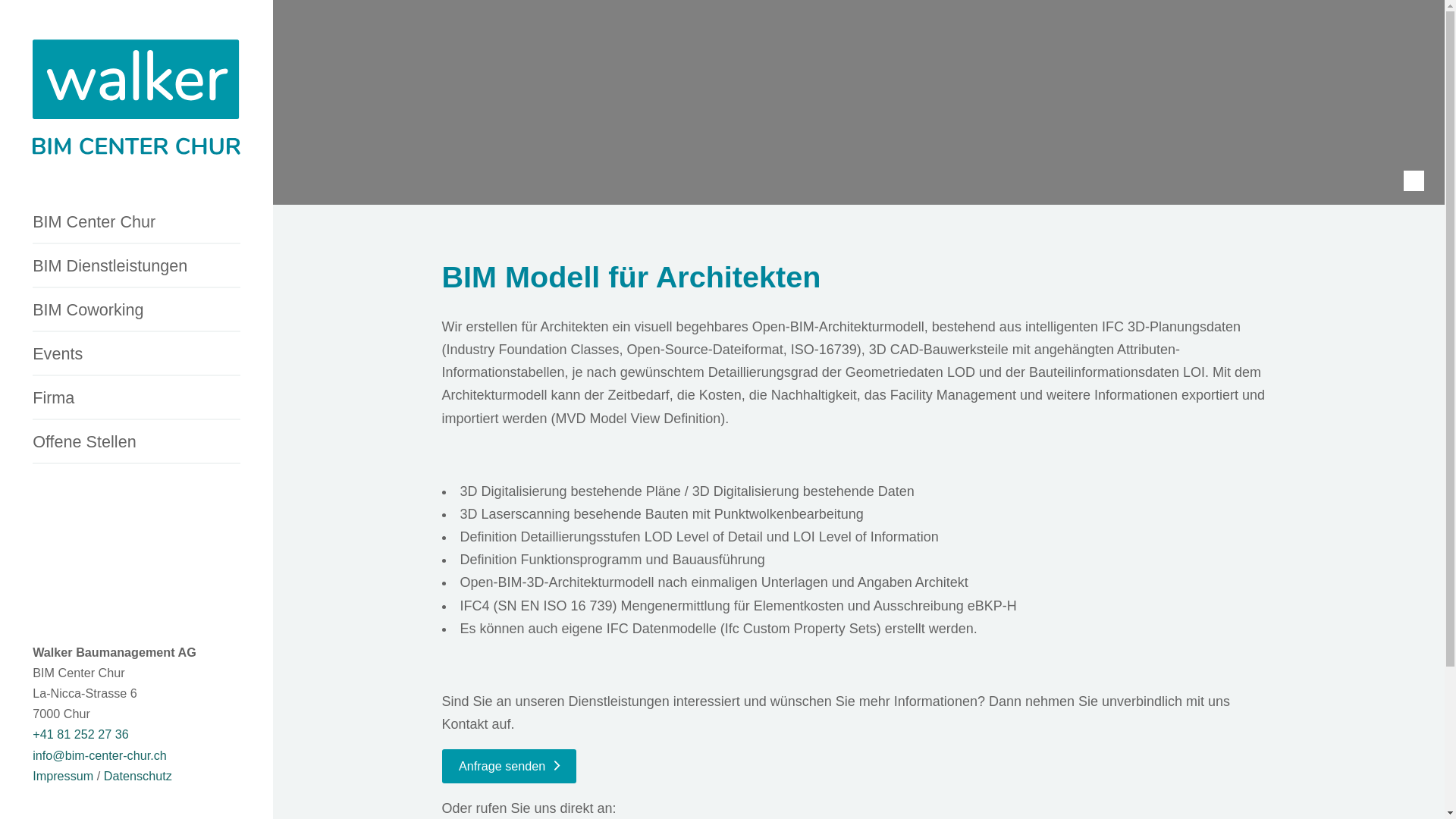 Image resolution: width=1456 pixels, height=819 pixels. I want to click on 'Offene Stellen', so click(136, 442).